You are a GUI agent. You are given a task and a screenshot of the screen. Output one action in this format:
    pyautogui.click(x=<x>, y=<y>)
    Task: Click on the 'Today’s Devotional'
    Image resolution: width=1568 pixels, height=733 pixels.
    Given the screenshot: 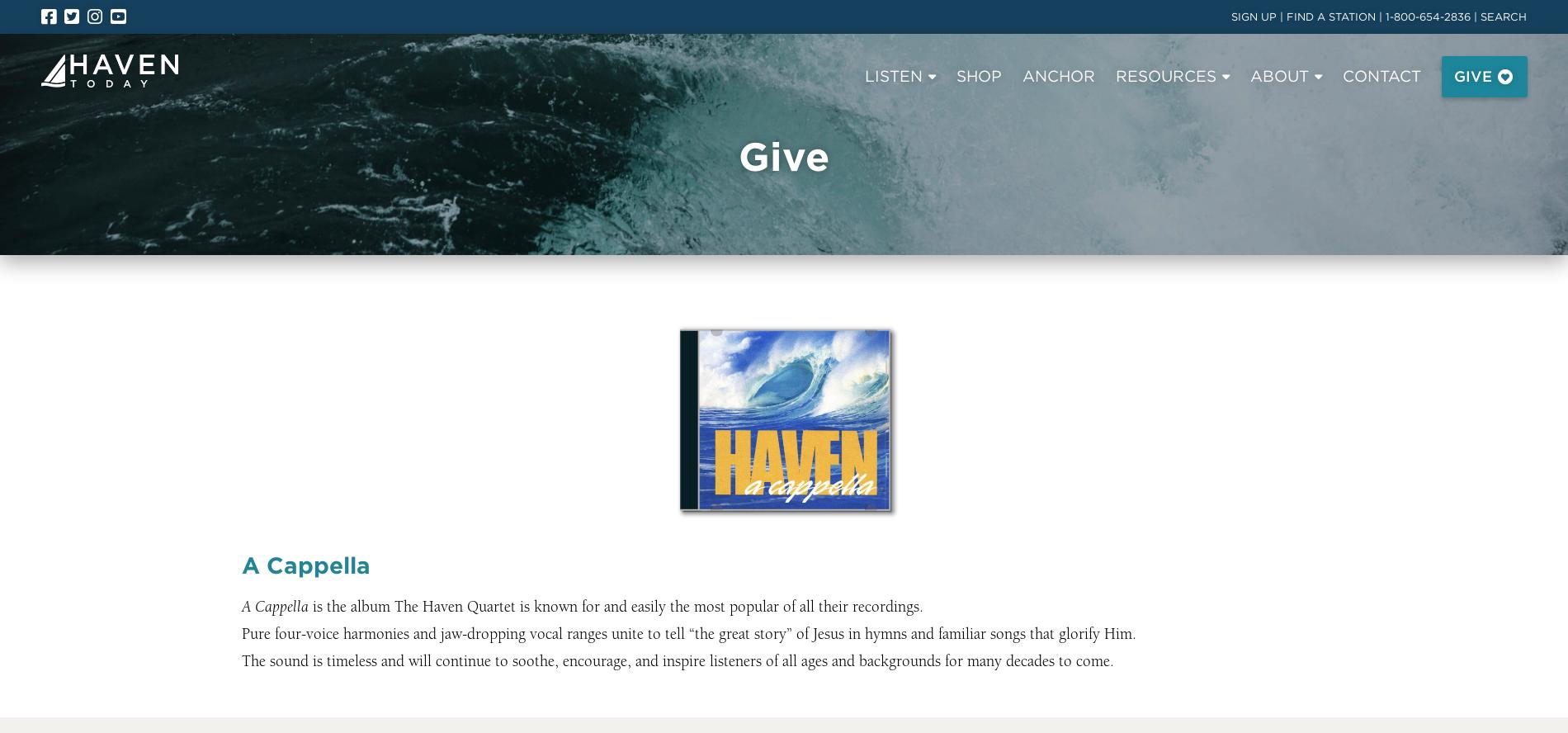 What is the action you would take?
    pyautogui.click(x=300, y=363)
    